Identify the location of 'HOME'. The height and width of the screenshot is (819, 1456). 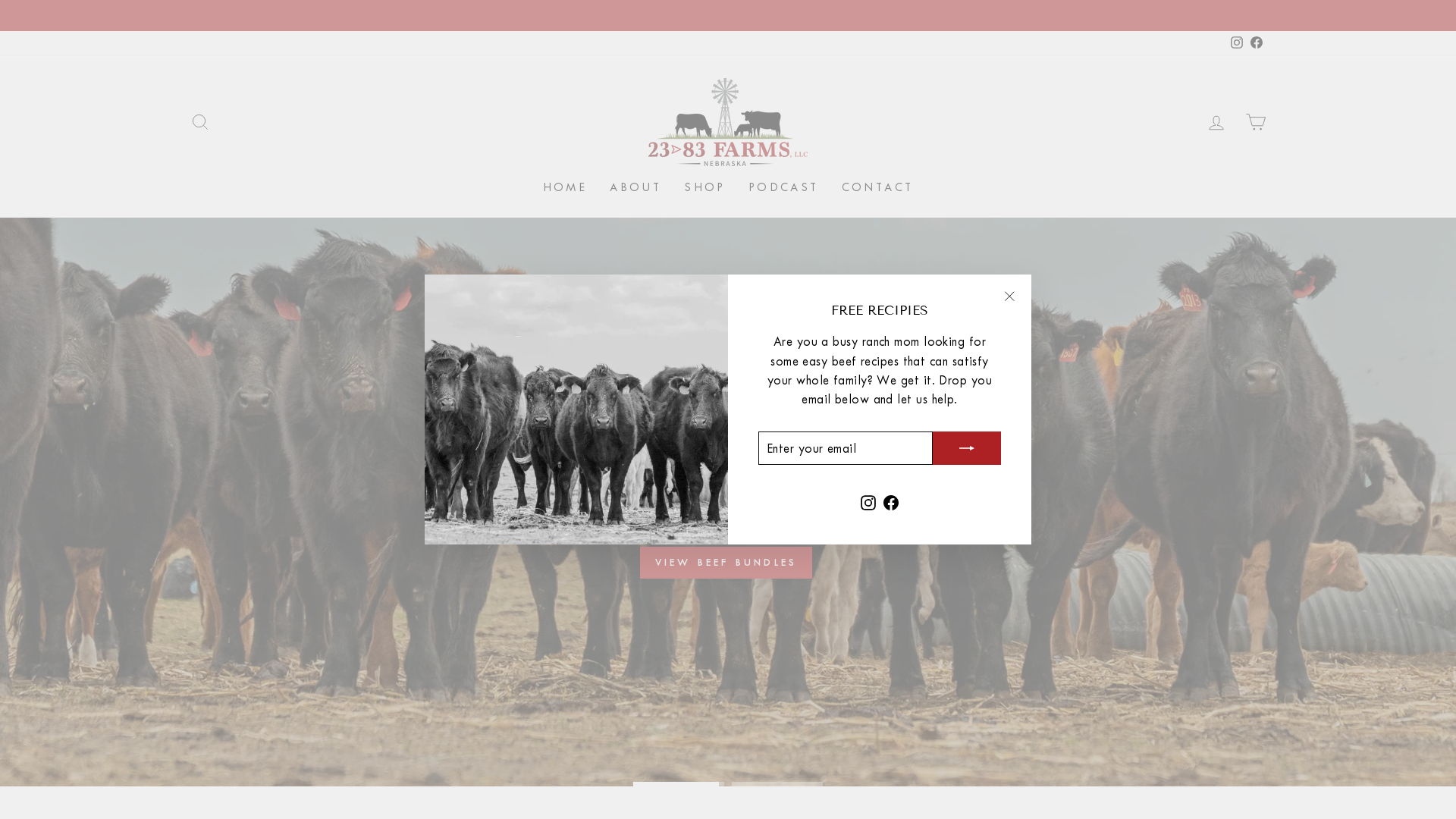
(564, 187).